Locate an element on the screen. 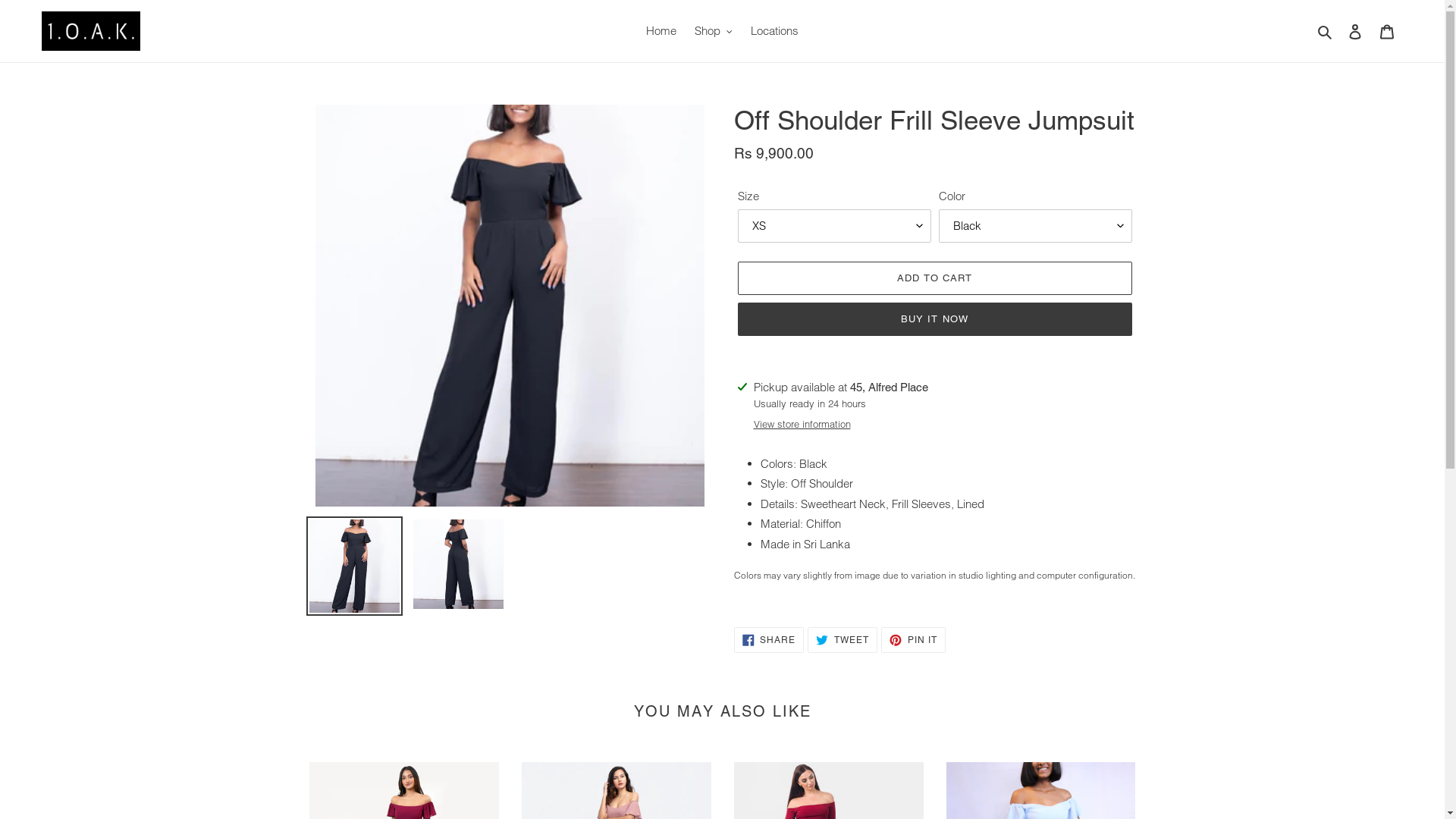 This screenshot has height=819, width=1456. 'Home' is located at coordinates (661, 31).